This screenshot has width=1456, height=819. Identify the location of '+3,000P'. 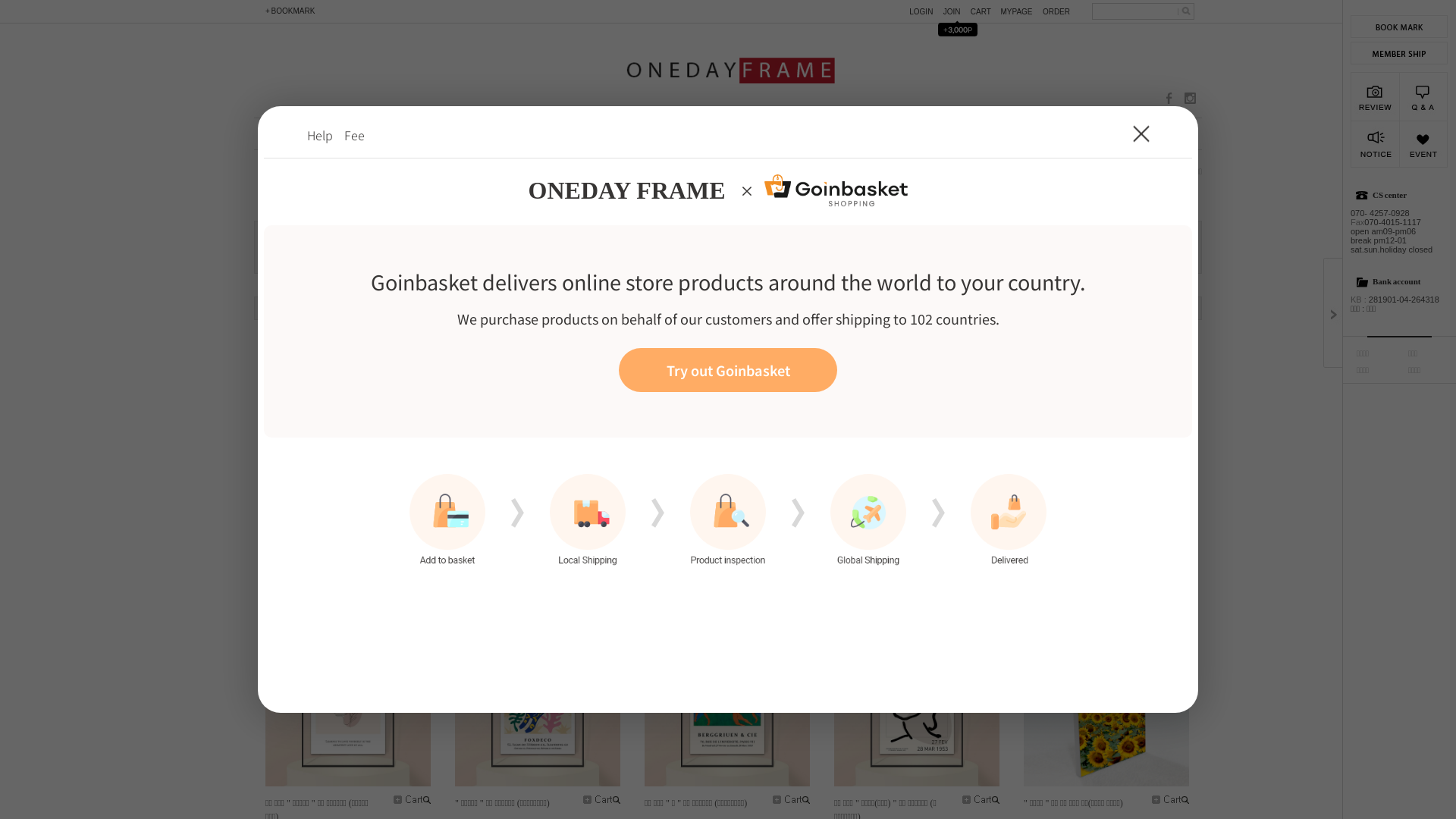
(960, 28).